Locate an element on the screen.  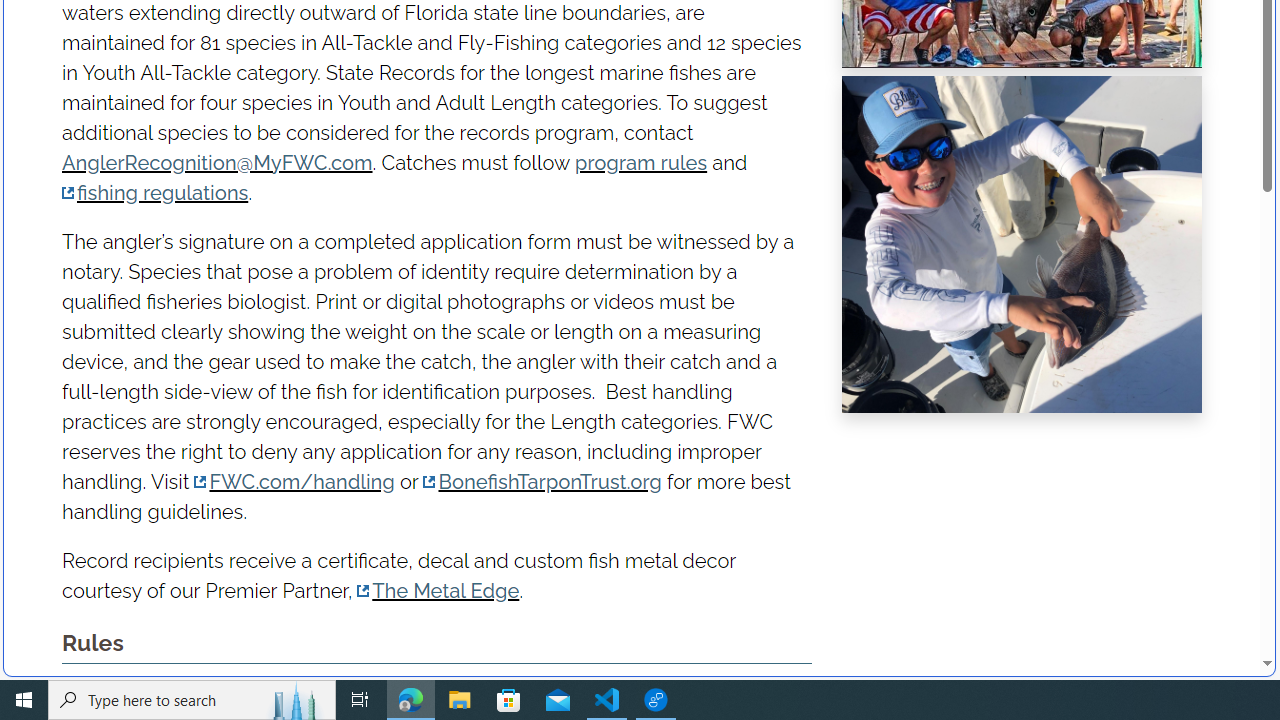
'FWC.com/handling' is located at coordinates (294, 481).